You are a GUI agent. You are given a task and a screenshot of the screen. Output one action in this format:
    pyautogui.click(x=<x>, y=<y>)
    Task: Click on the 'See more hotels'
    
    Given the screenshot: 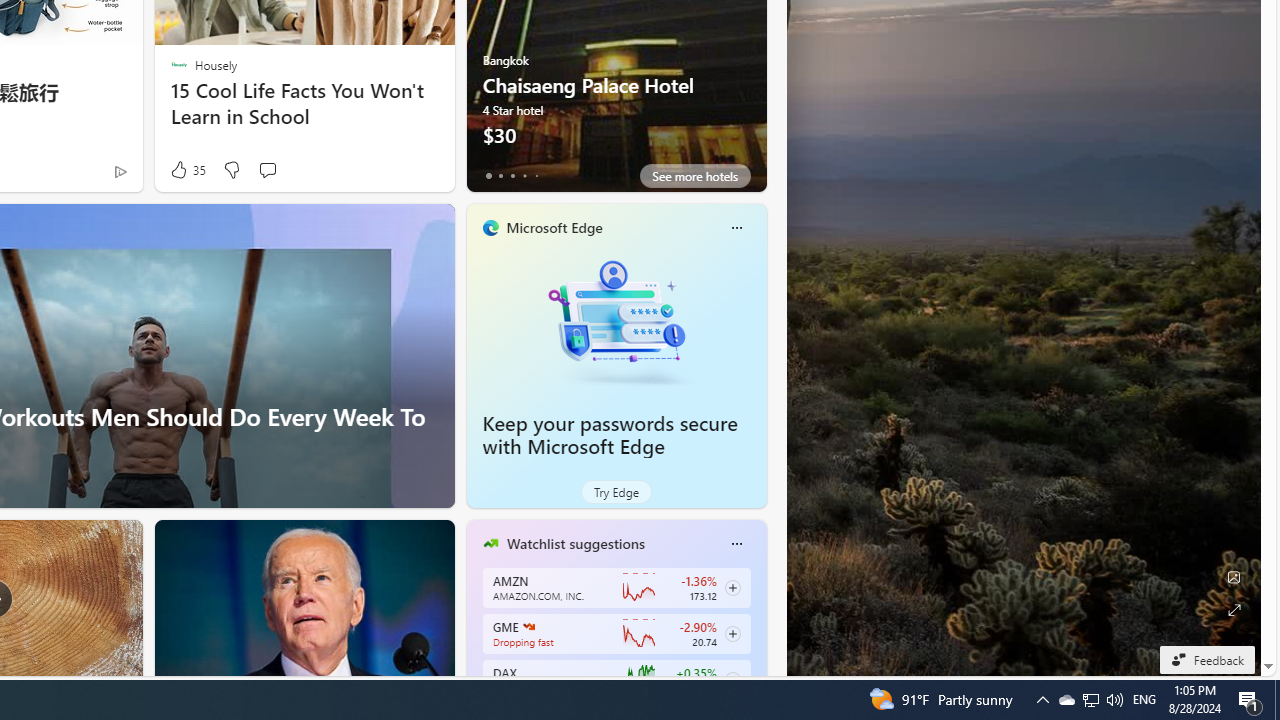 What is the action you would take?
    pyautogui.click(x=695, y=175)
    